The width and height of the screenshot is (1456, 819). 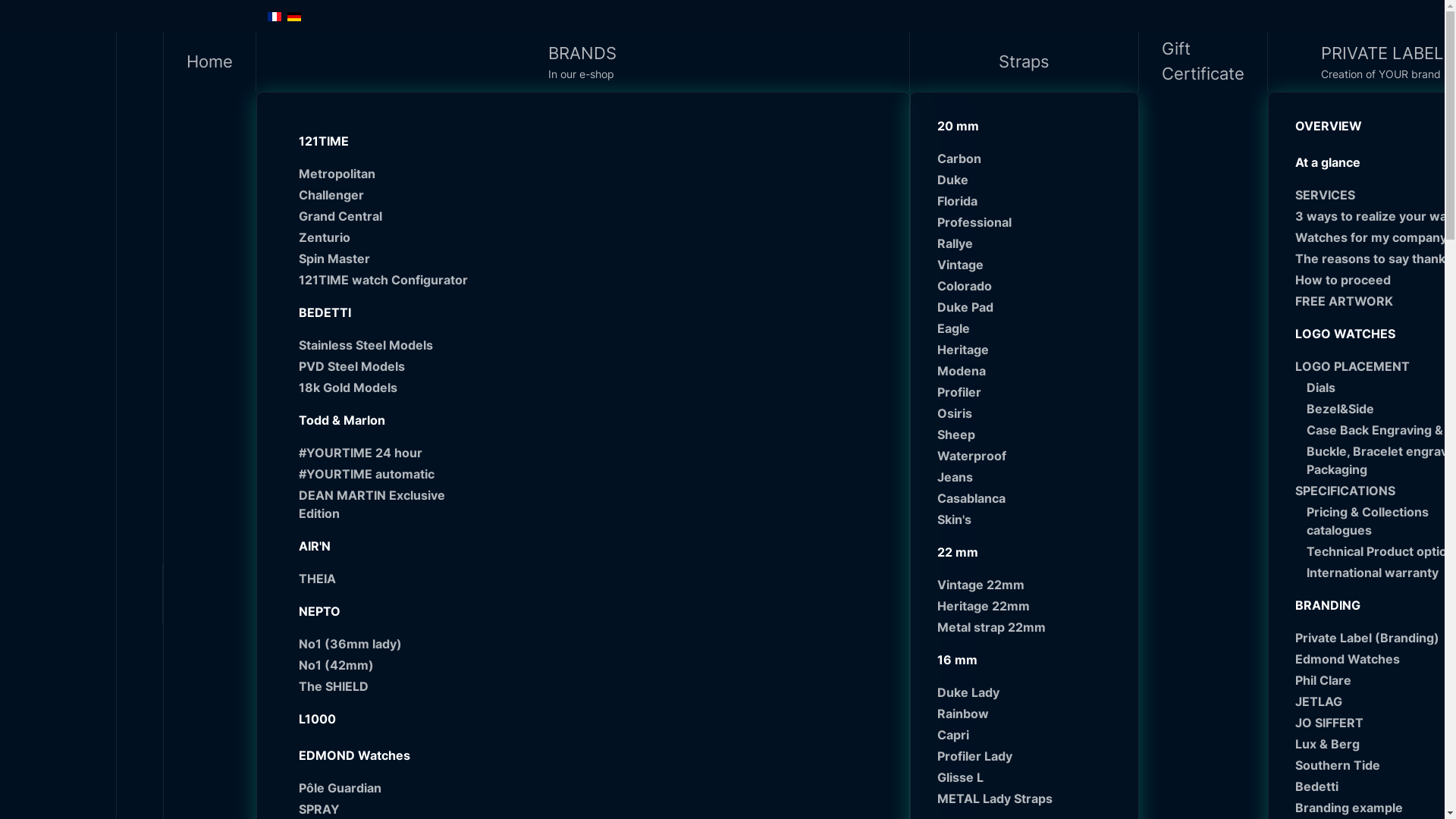 I want to click on 'Profiler Lady', so click(x=937, y=755).